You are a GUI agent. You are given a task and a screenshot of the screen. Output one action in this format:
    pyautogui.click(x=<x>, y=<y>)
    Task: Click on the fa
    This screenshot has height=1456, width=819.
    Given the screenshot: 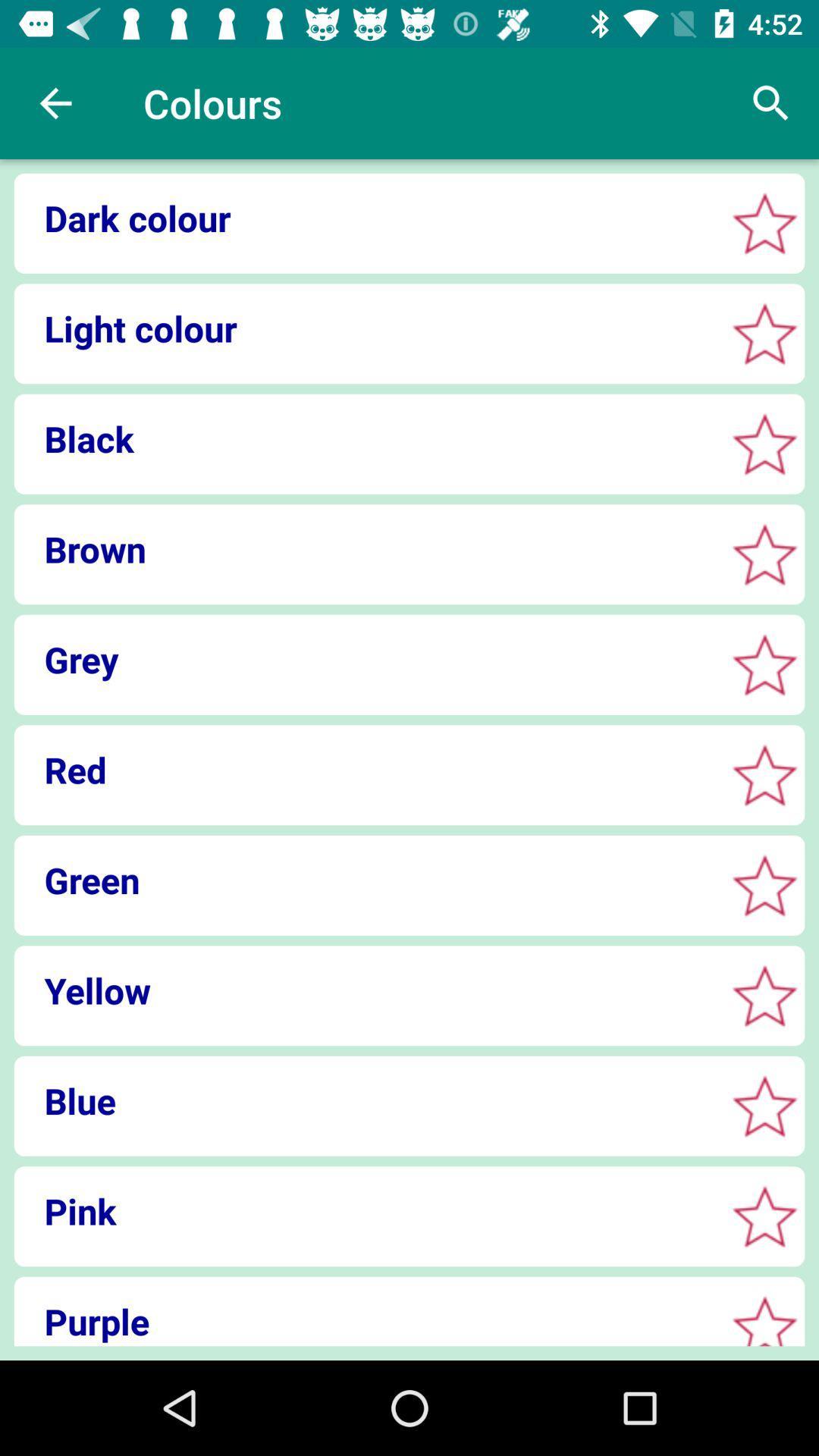 What is the action you would take?
    pyautogui.click(x=764, y=554)
    